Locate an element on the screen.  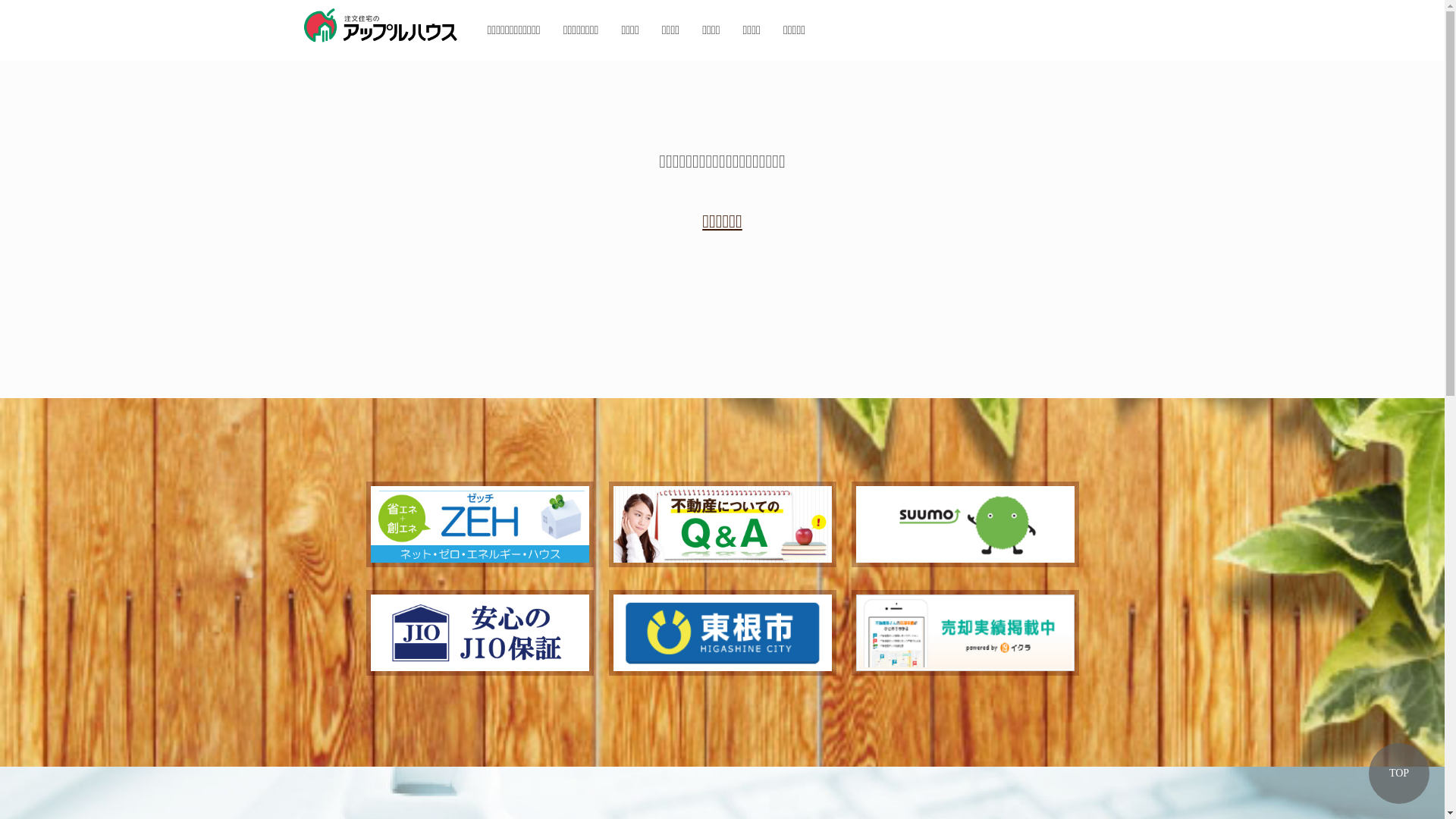
'TOP' is located at coordinates (1398, 773).